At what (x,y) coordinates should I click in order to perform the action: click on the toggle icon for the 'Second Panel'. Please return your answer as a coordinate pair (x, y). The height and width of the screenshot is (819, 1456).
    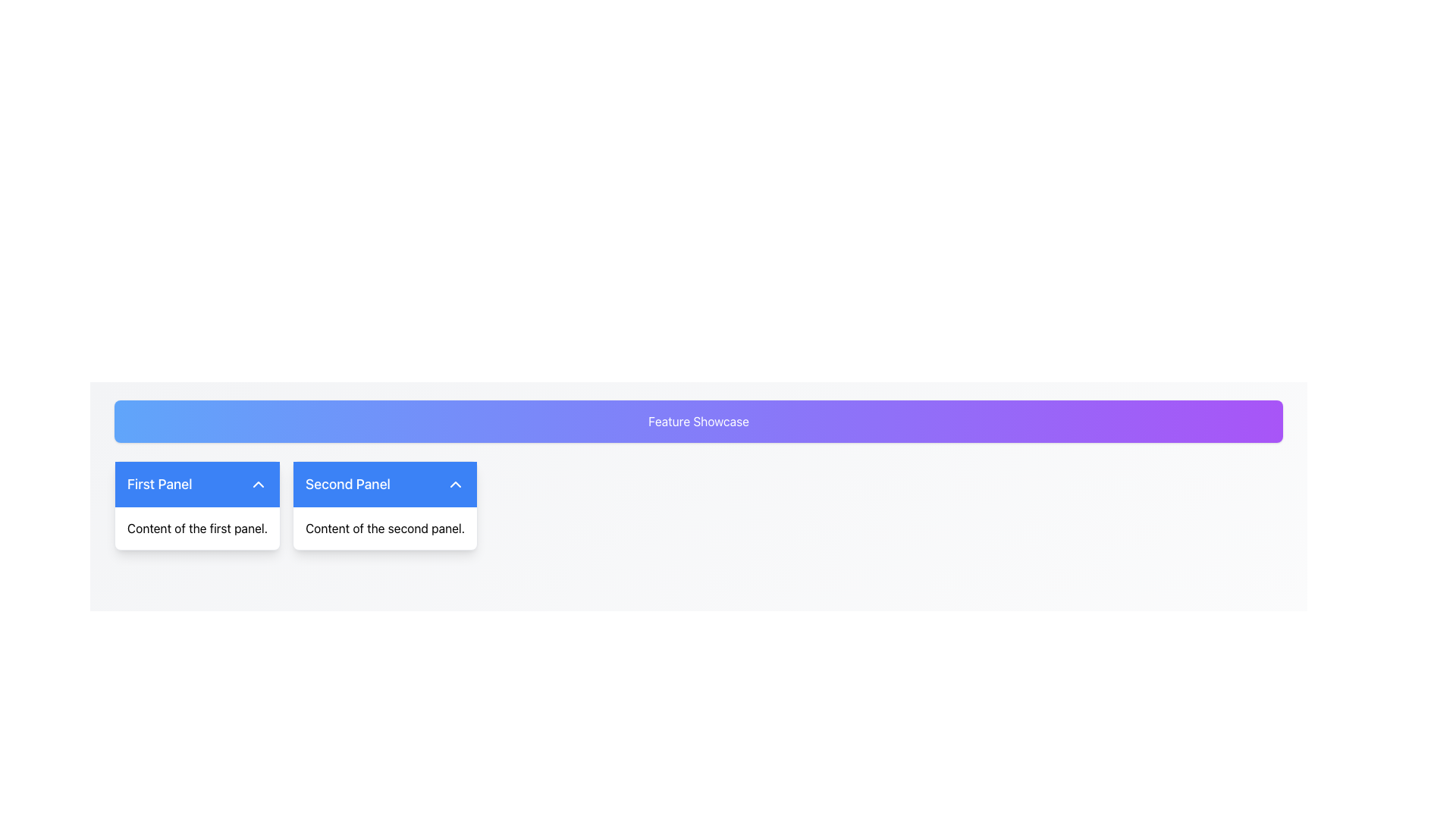
    Looking at the image, I should click on (455, 485).